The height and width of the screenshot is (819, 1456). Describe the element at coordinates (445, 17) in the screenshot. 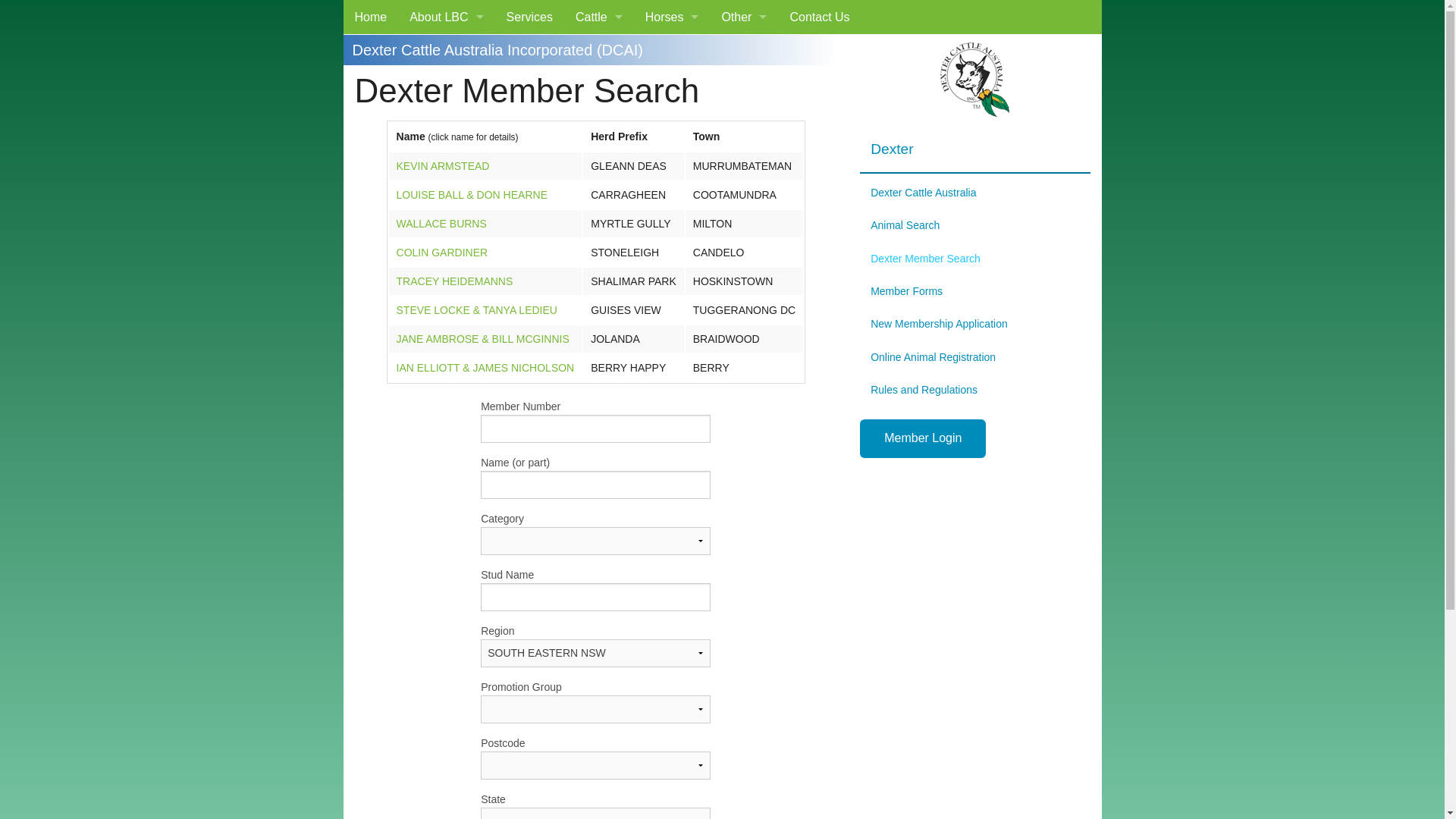

I see `'About LBC'` at that location.